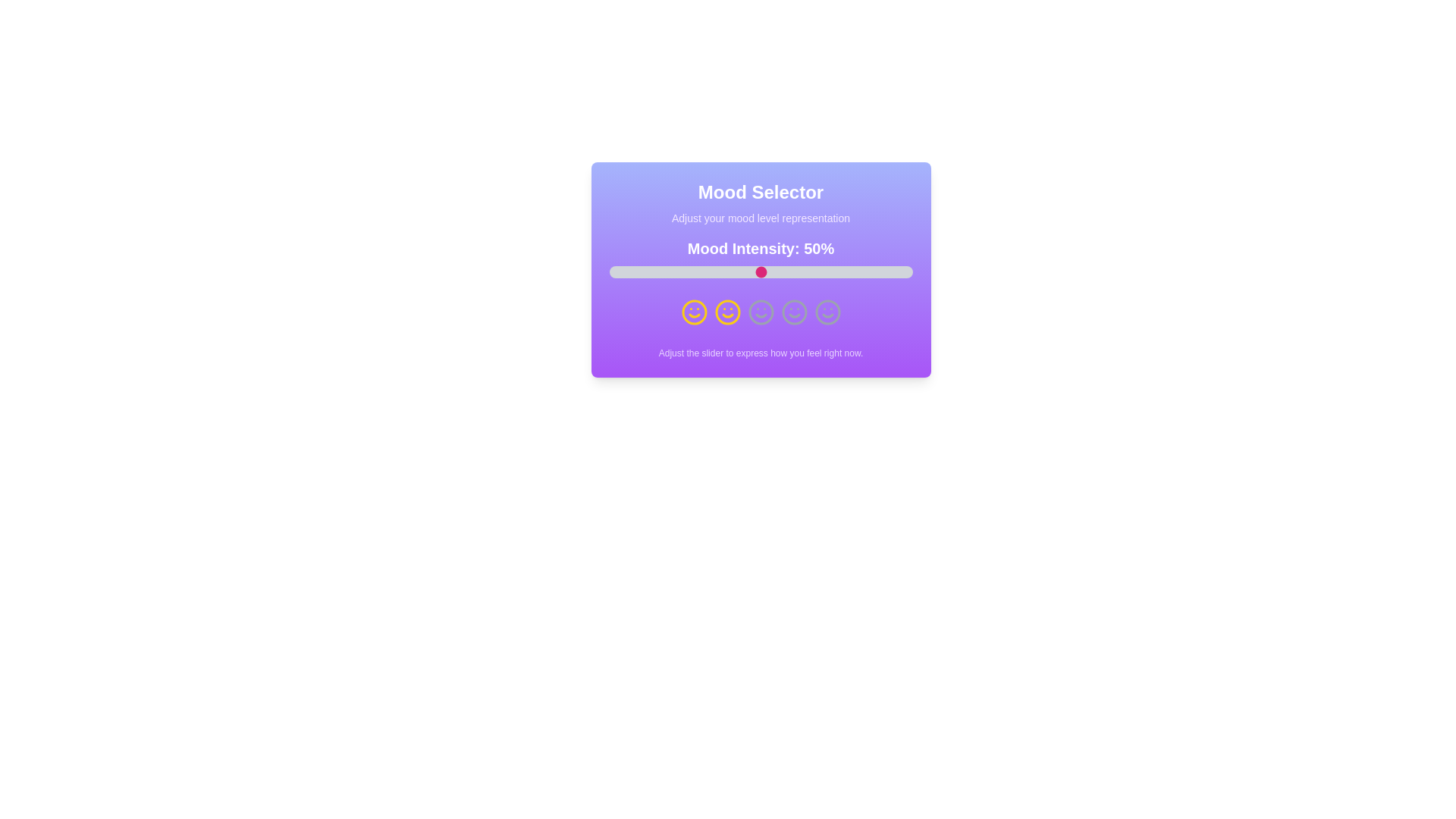 This screenshot has height=819, width=1456. Describe the element at coordinates (861, 271) in the screenshot. I see `the mood intensity slider to 83%` at that location.